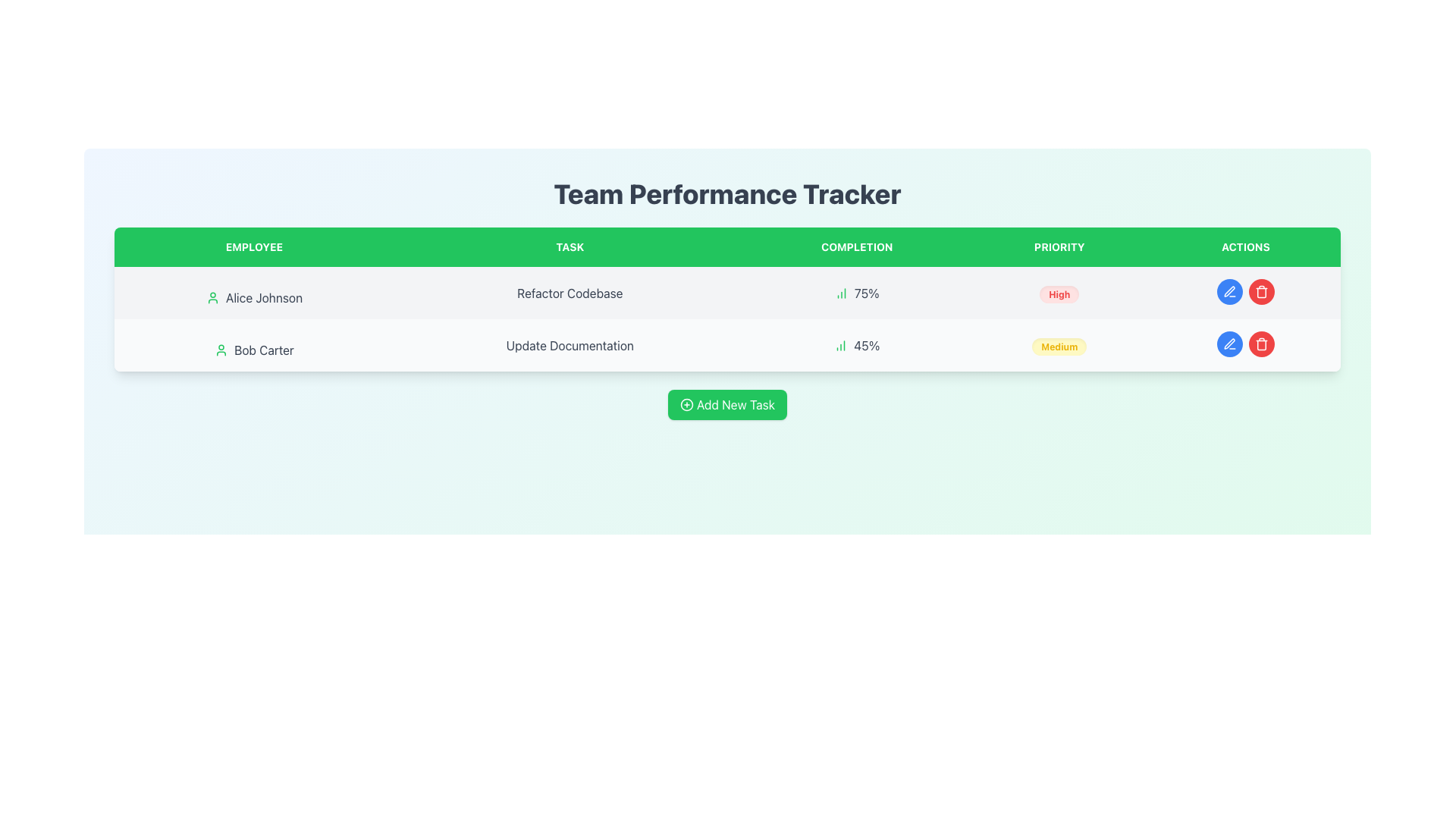 This screenshot has width=1456, height=819. I want to click on the priority label in the 'PRIORITY' column of the second row of the task table, which indicates the urgency level of the task for 'Bob Carter.', so click(1059, 346).